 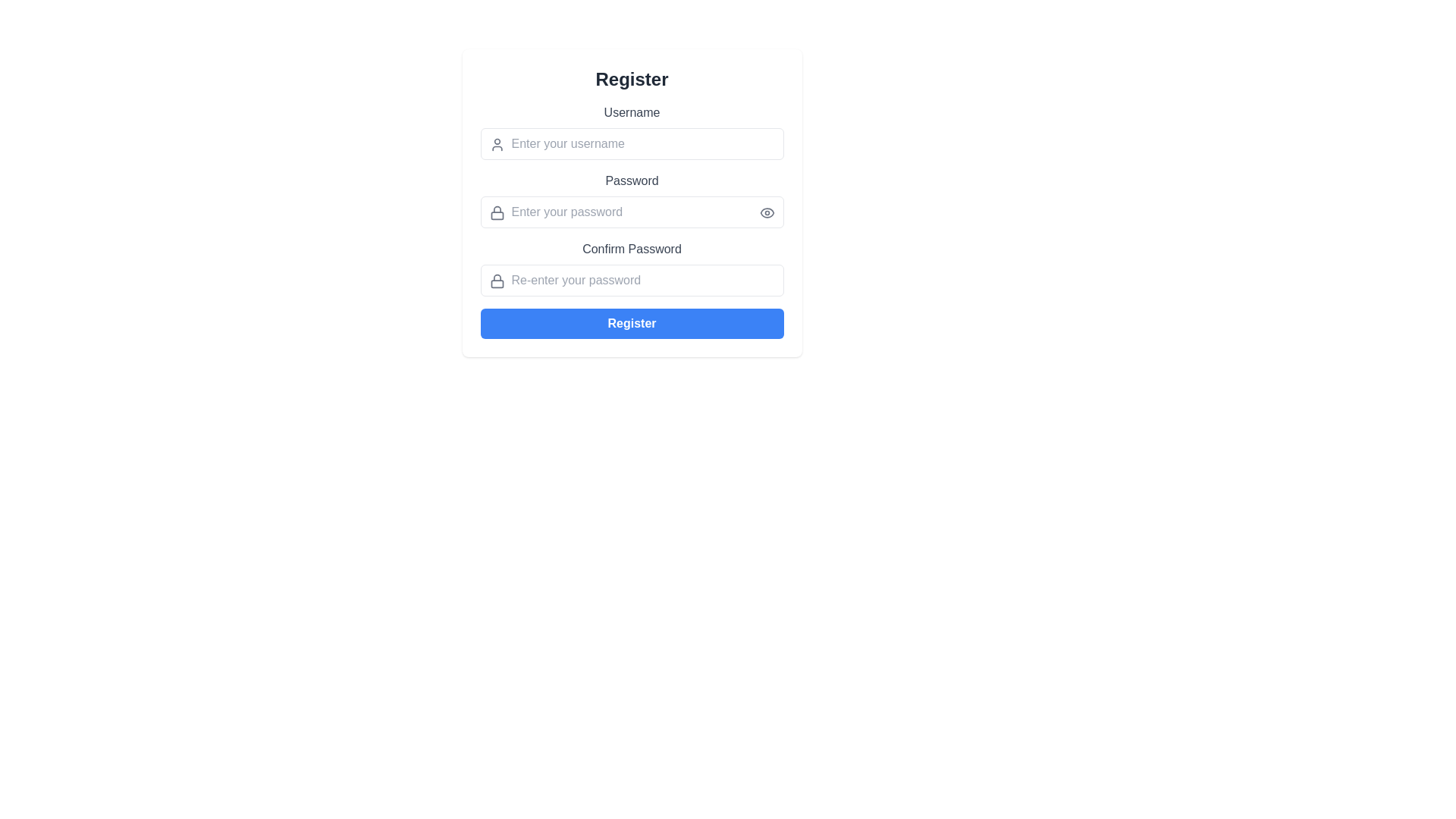 I want to click on the 'Register' button, which is a rectangular button with a blue background and white text, located below the 'Confirm Password' field in the registration form, so click(x=632, y=323).